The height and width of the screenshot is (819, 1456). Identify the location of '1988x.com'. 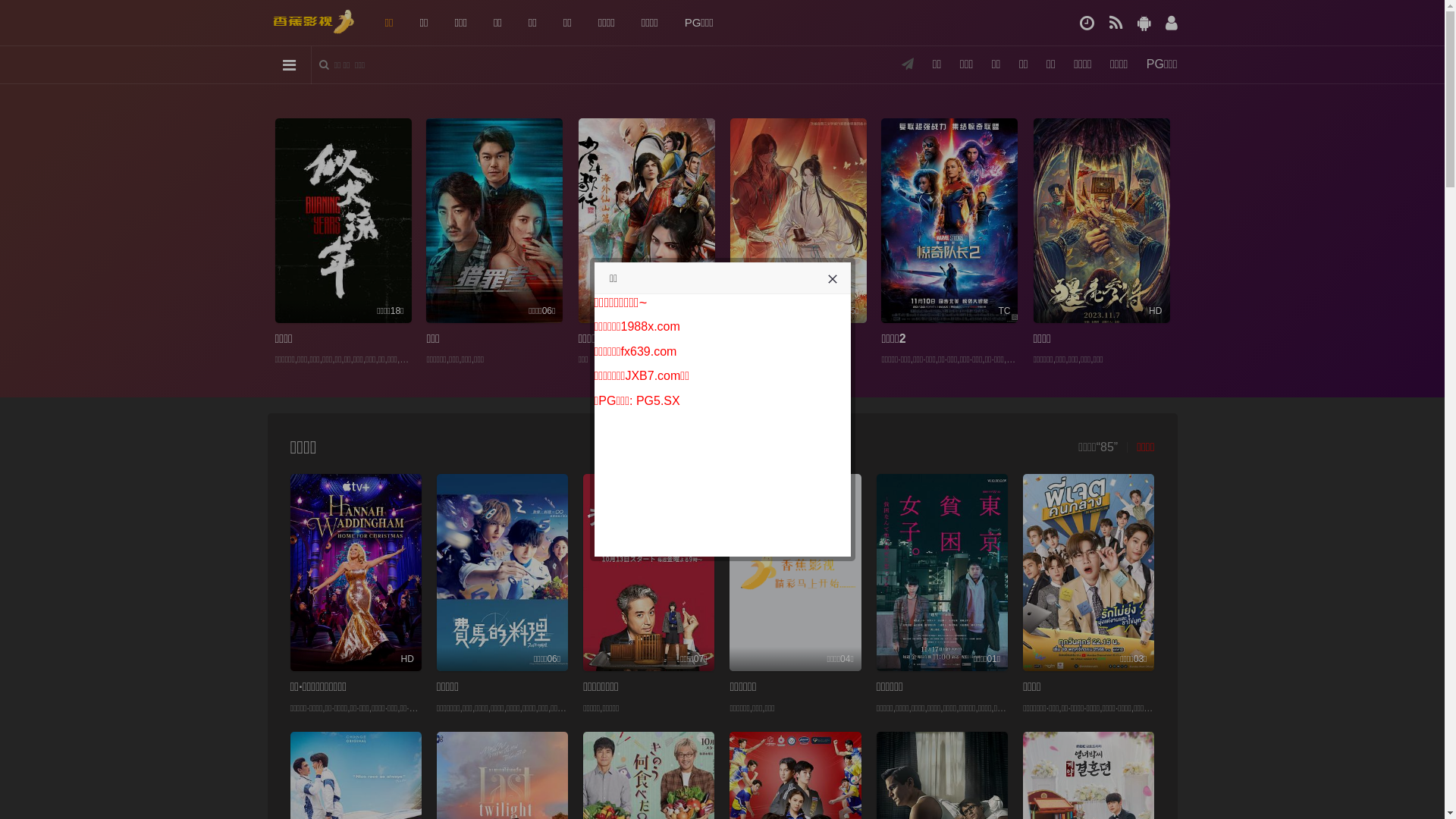
(651, 325).